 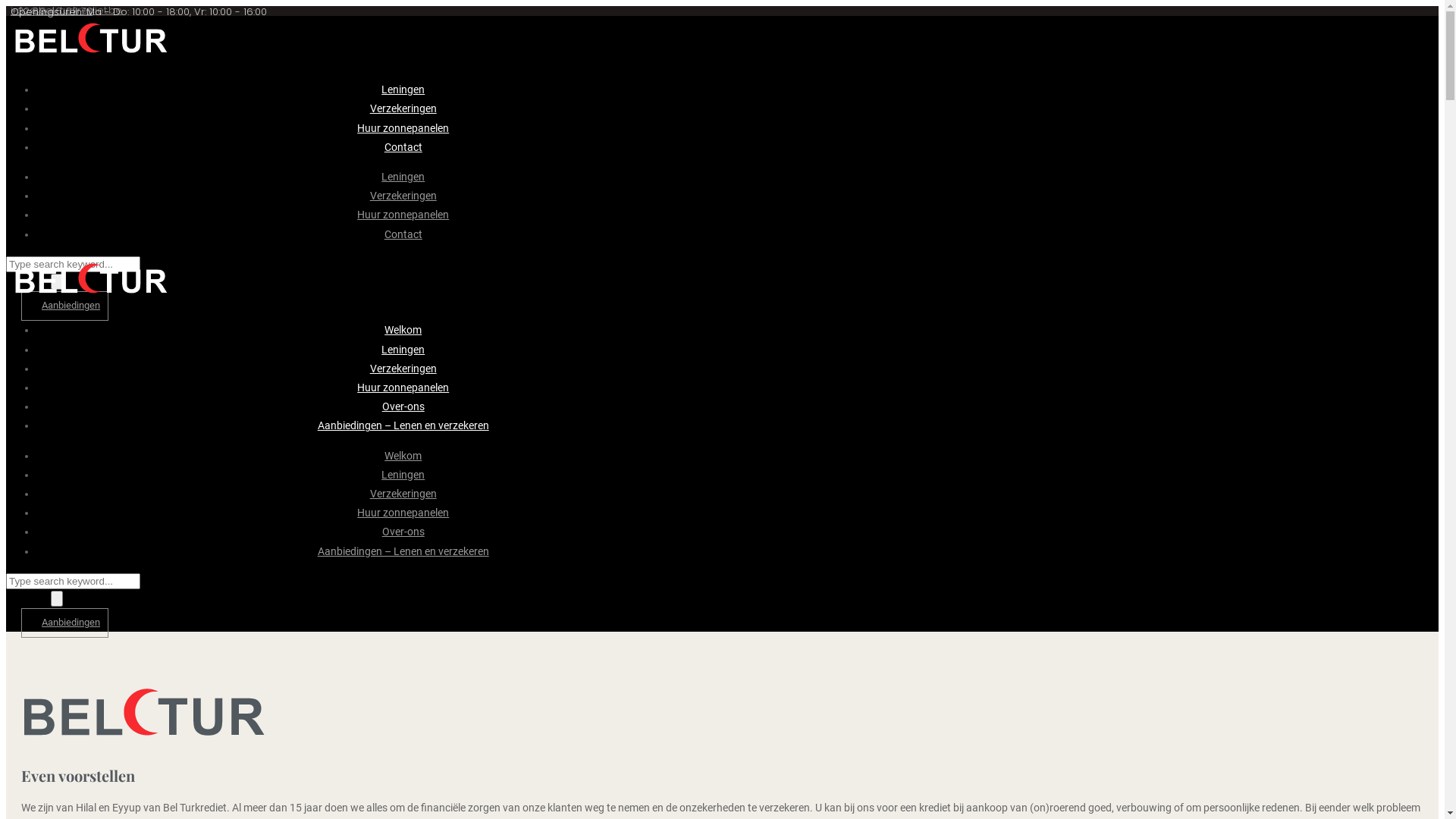 What do you see at coordinates (51, 11) in the screenshot?
I see `'+32 89 46 63 73'` at bounding box center [51, 11].